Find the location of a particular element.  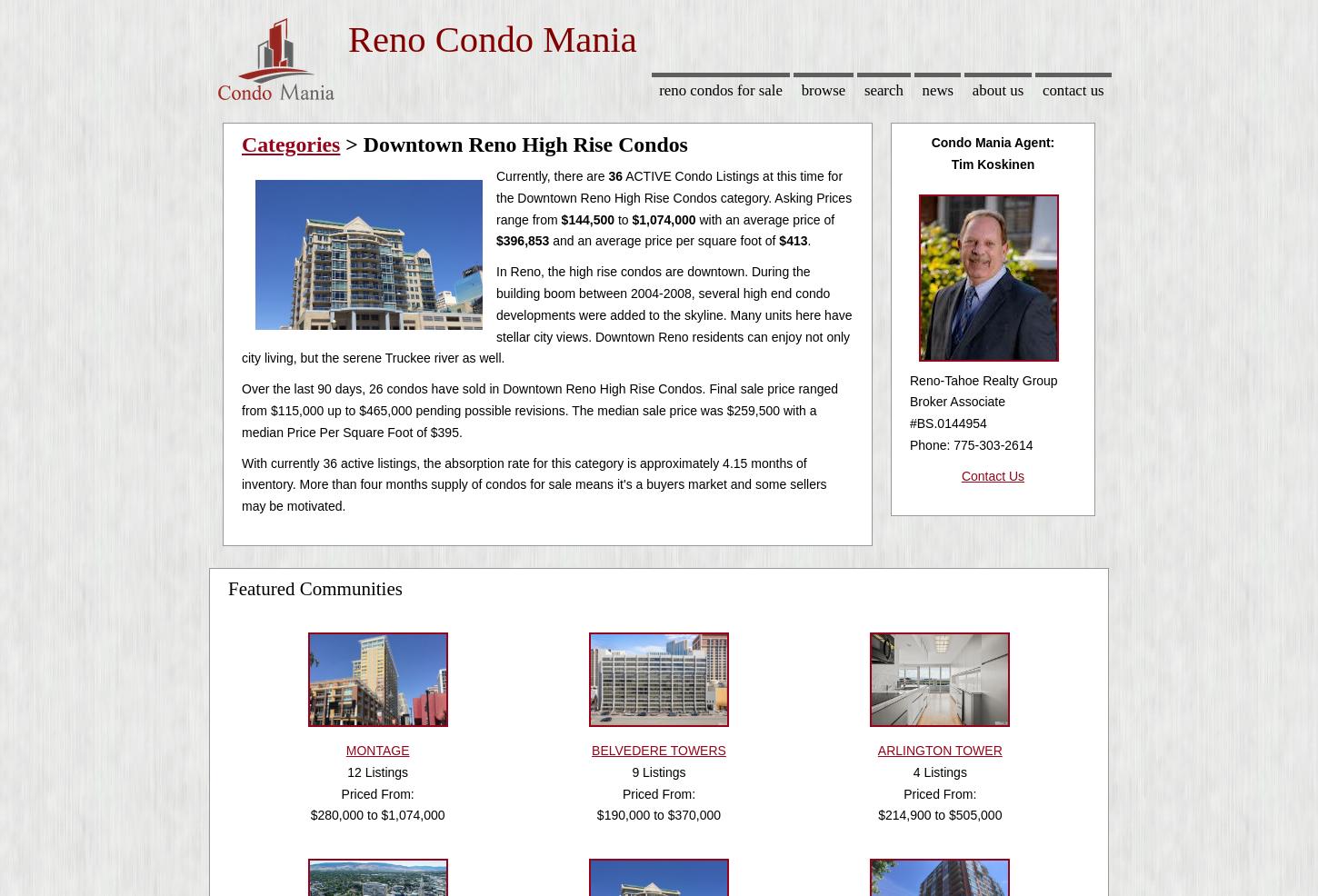

'Reno-Tahoe Realty Group' is located at coordinates (983, 379).